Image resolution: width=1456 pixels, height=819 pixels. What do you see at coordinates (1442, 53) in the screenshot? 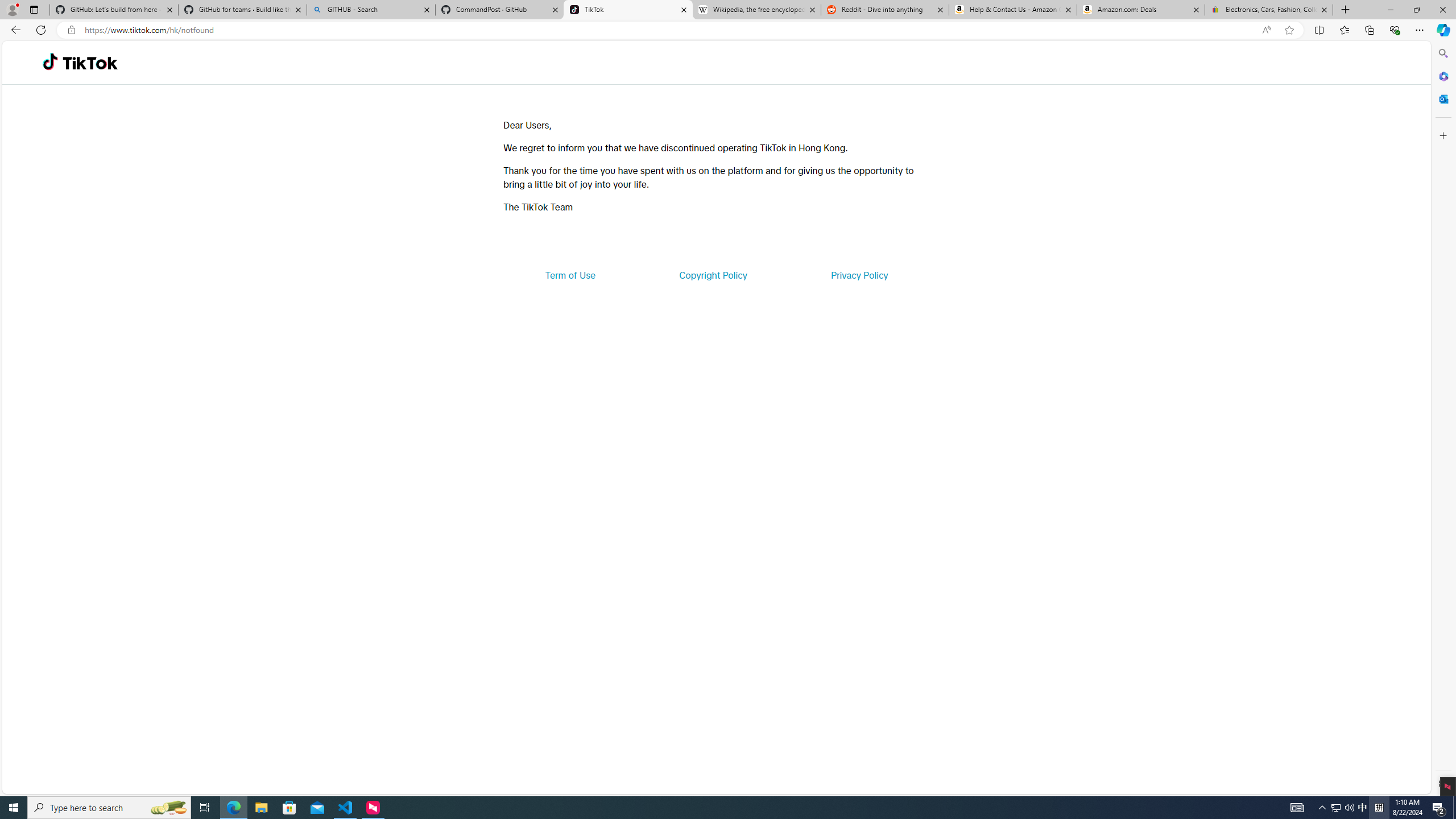
I see `'Search'` at bounding box center [1442, 53].